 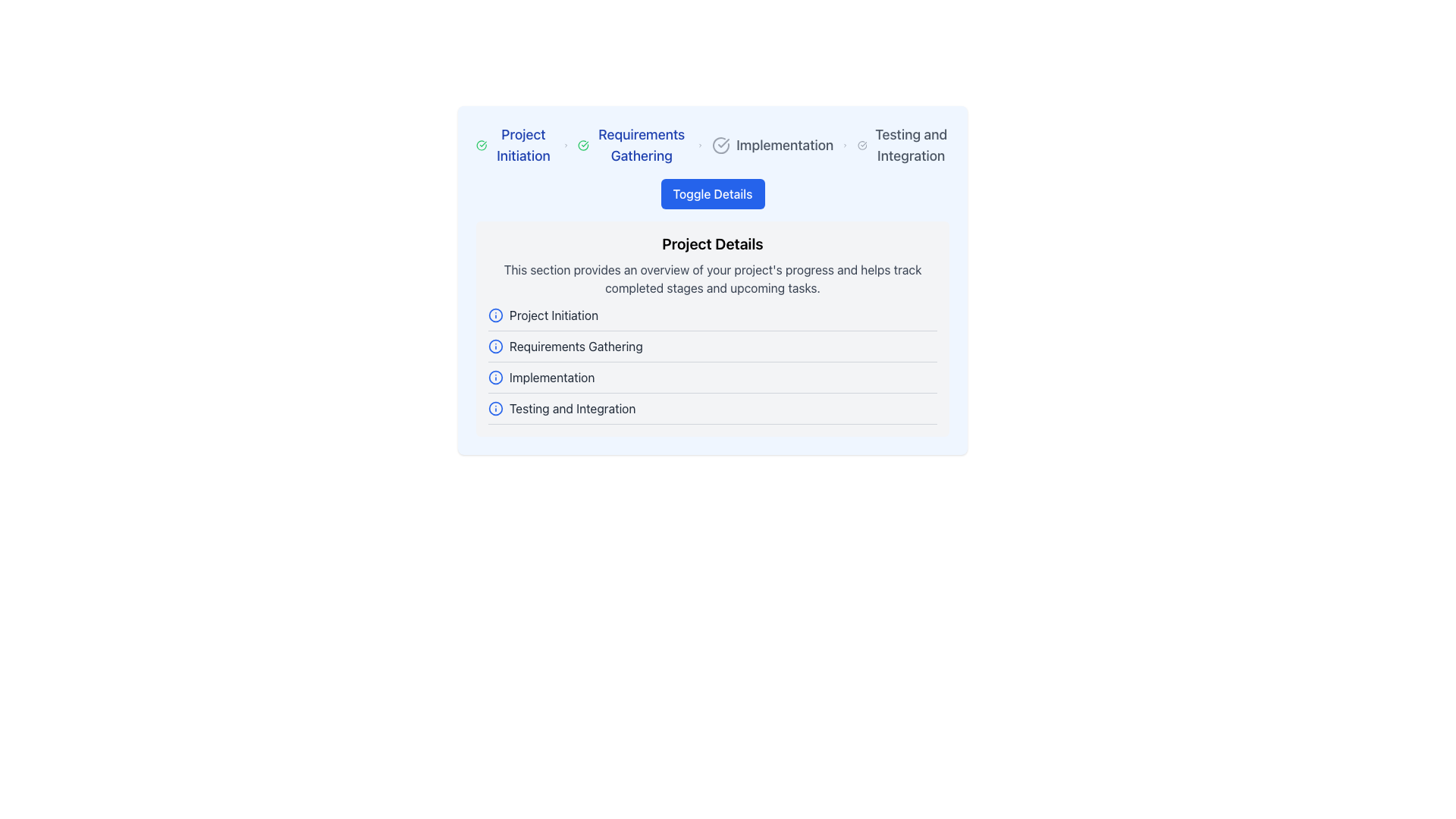 I want to click on explanatory text paragraph that provides an overview of the project's progress, located directly below the 'Project Details' heading, so click(x=712, y=278).